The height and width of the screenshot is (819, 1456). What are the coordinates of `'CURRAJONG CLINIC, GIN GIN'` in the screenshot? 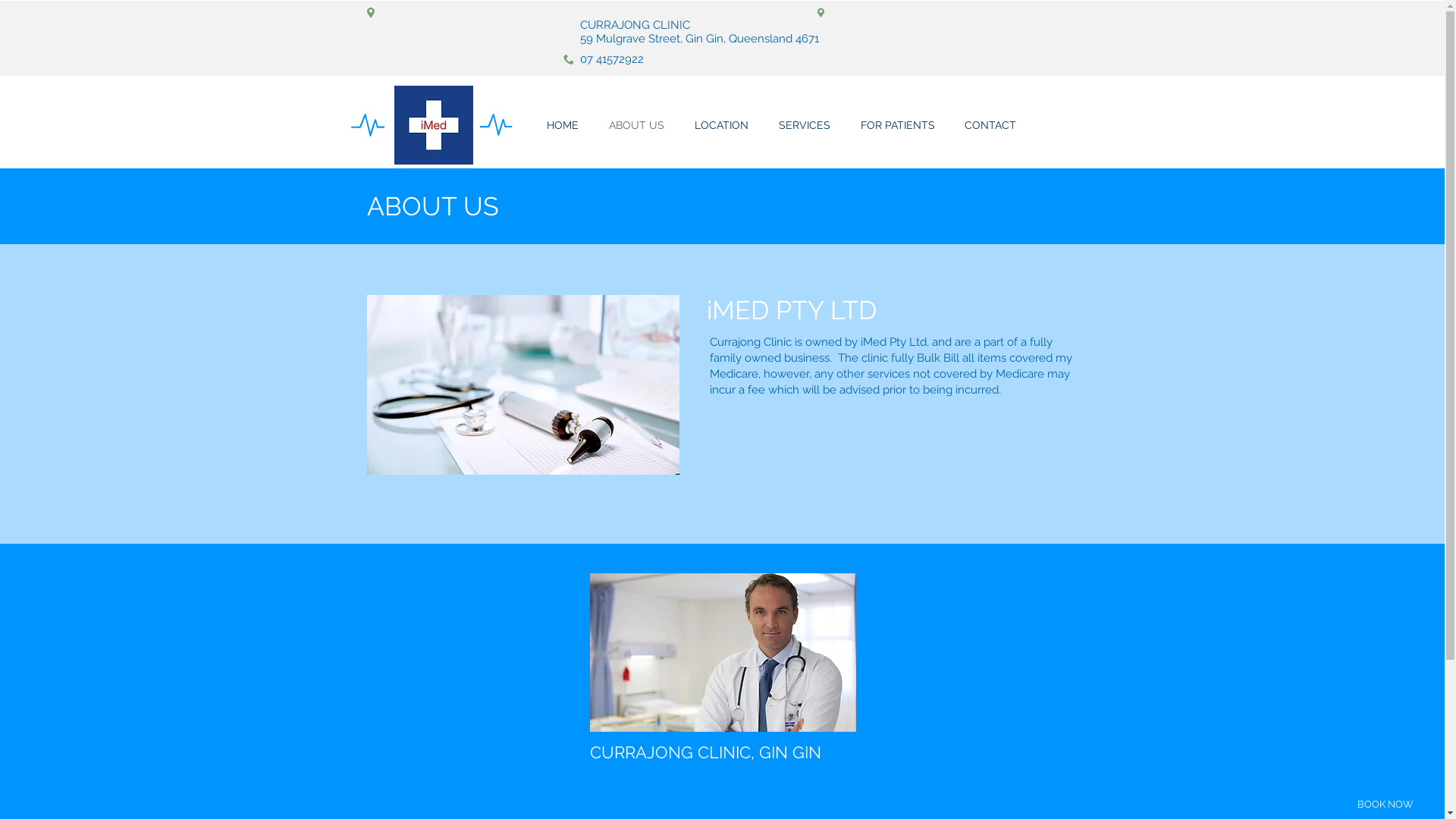 It's located at (588, 752).